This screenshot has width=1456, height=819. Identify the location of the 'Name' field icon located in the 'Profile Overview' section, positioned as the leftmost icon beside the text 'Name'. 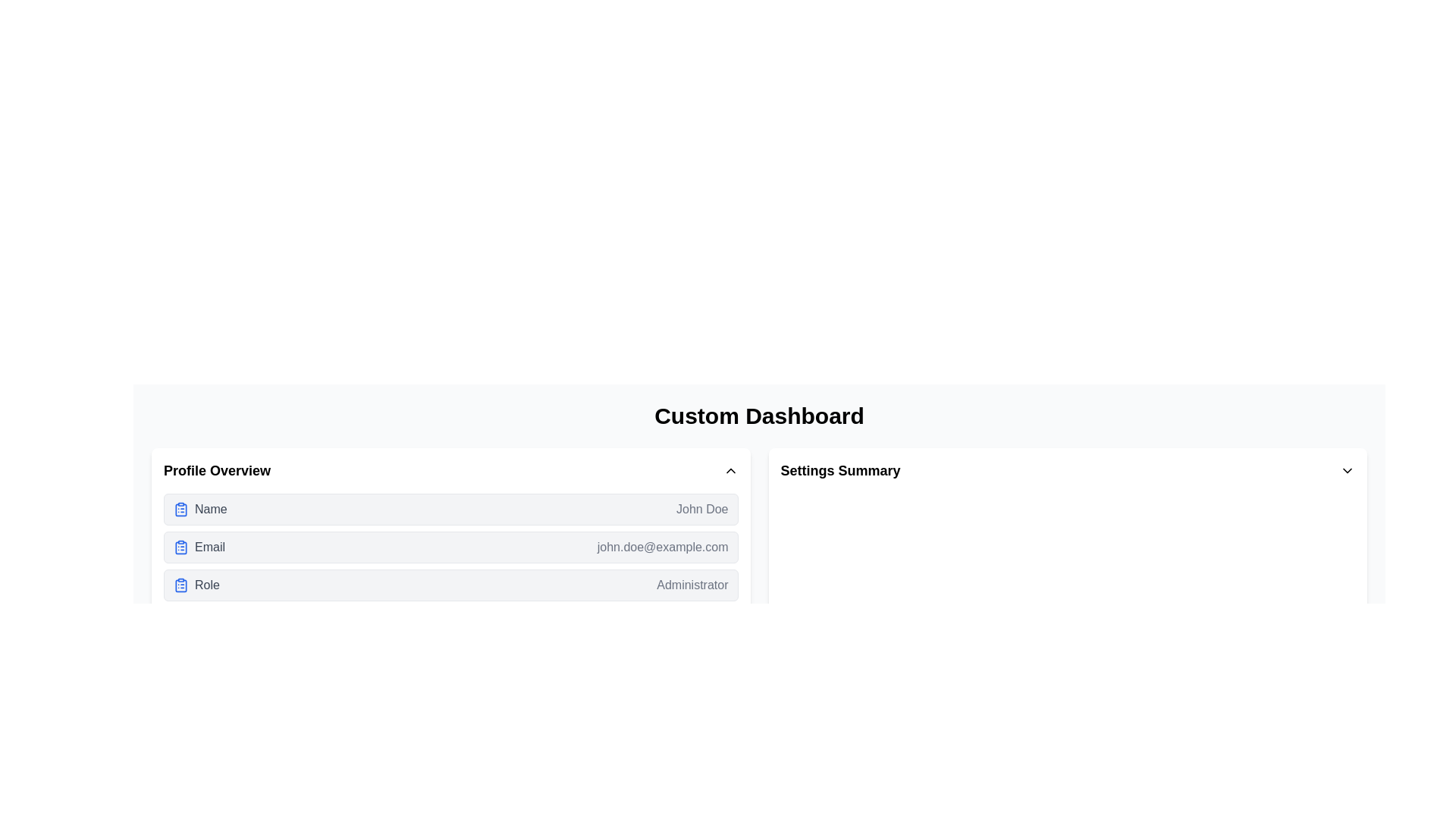
(181, 509).